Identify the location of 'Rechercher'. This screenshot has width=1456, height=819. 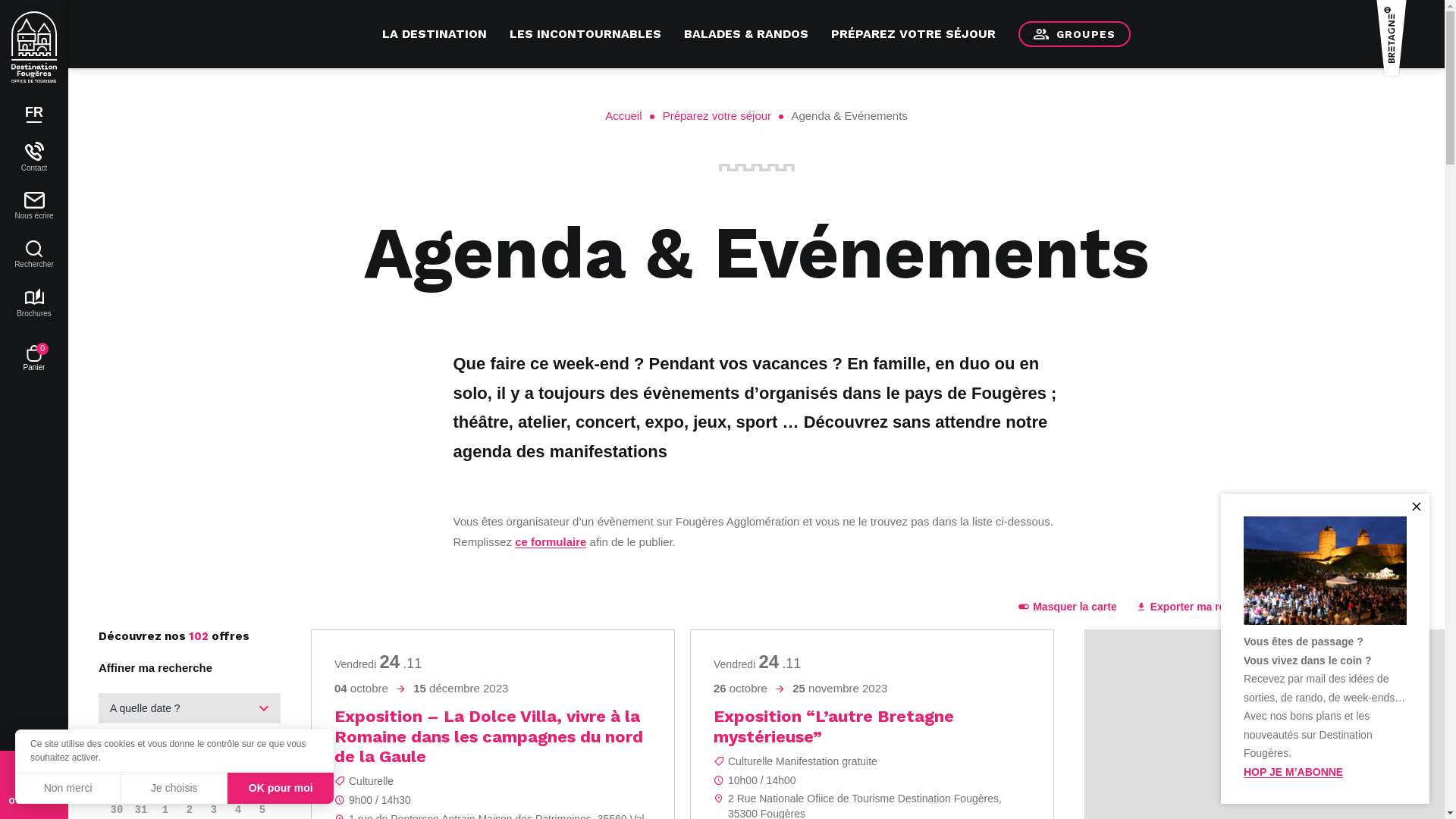
(33, 253).